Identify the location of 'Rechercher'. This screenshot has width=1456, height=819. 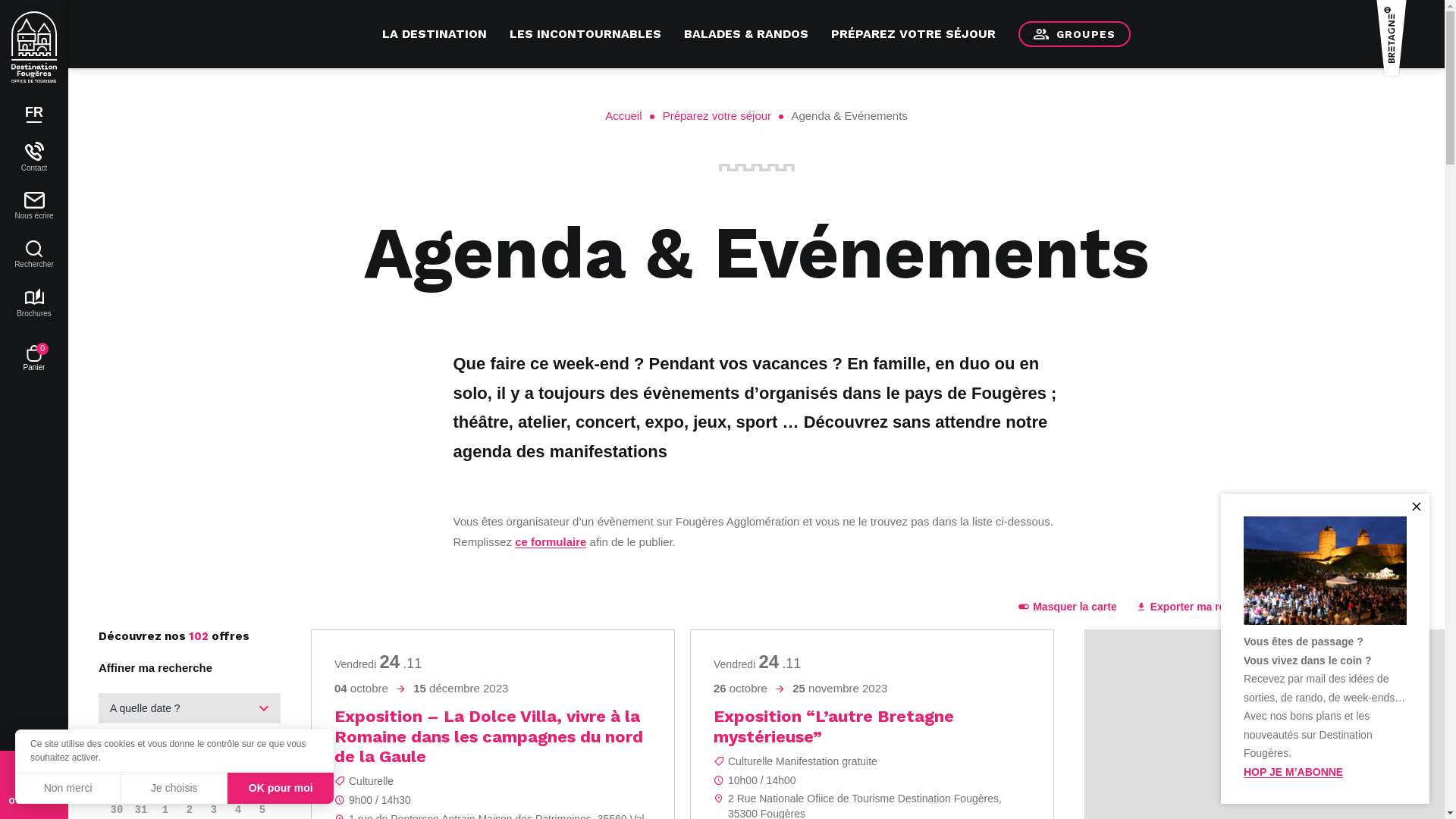
(33, 253).